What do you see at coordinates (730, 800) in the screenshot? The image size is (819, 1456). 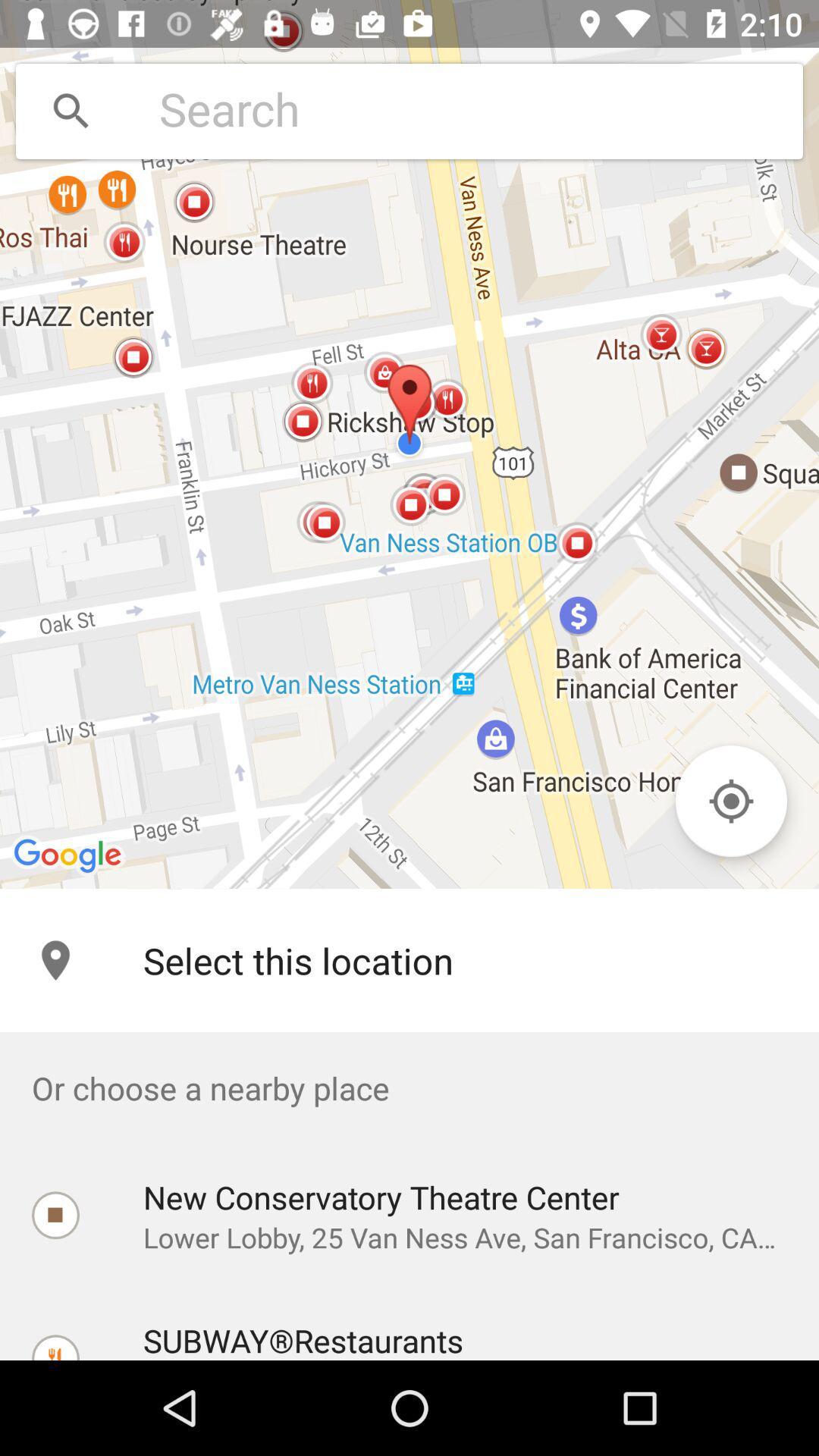 I see `the location_crosshair icon` at bounding box center [730, 800].